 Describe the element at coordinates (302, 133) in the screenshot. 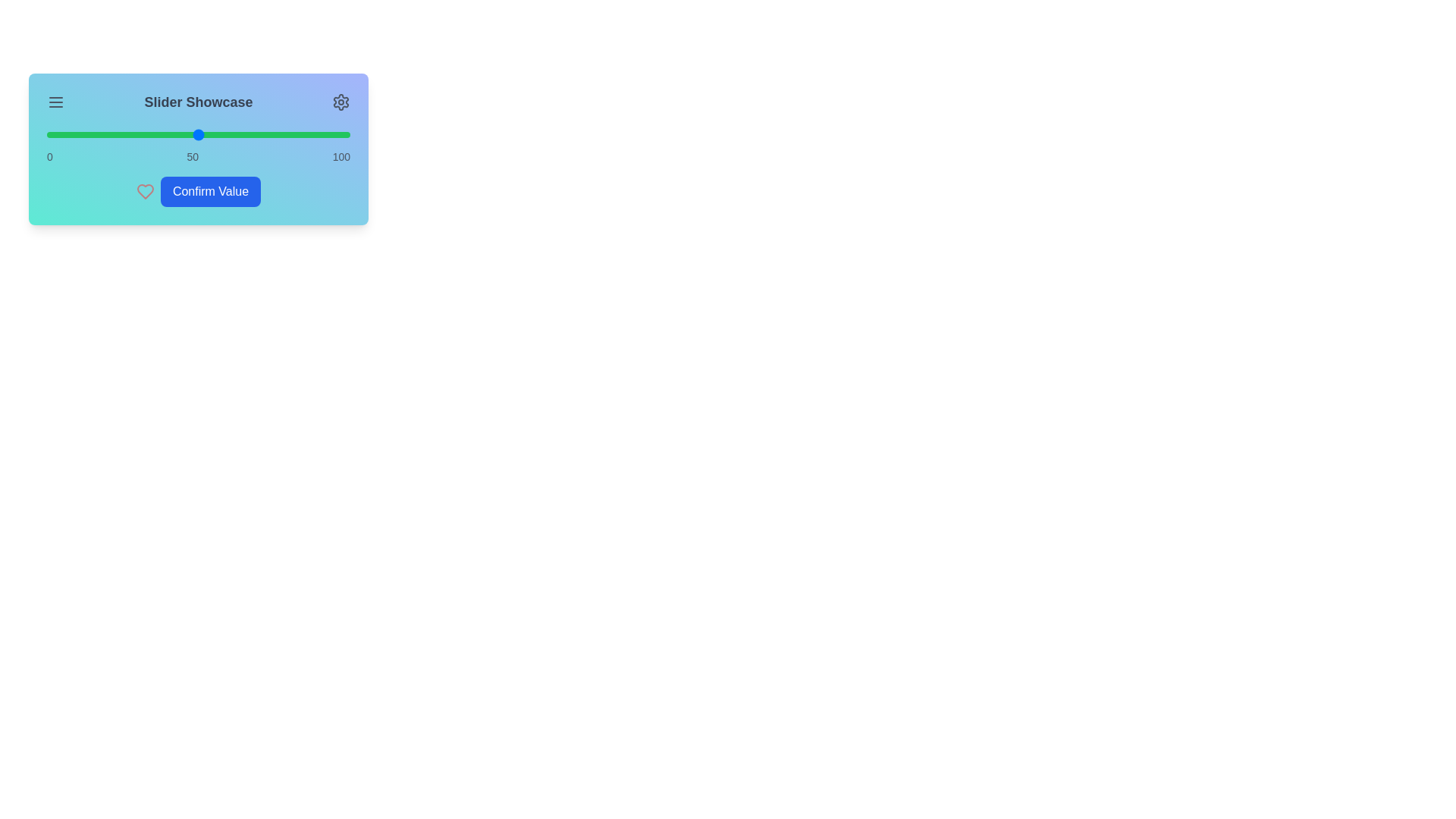

I see `the slider to 84%` at that location.